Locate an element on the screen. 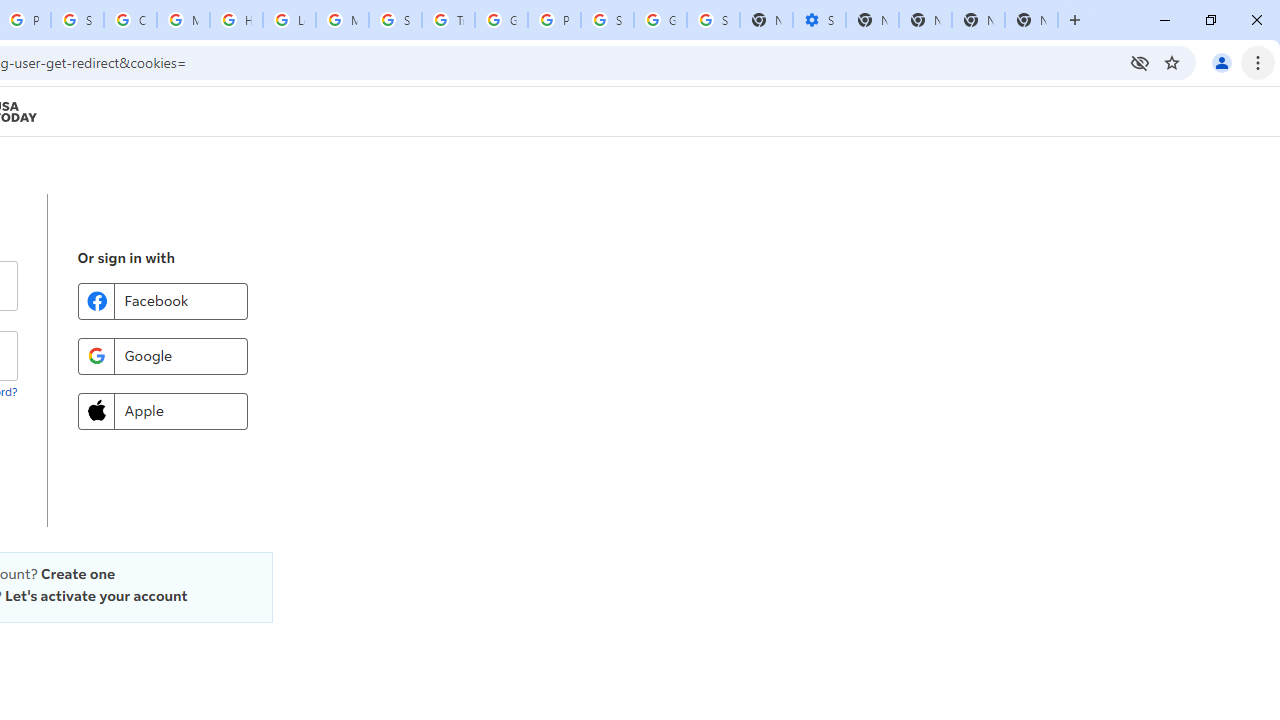 Image resolution: width=1280 pixels, height=720 pixels. 'Google Cybersecurity Innovations - Google Safety Center' is located at coordinates (660, 20).